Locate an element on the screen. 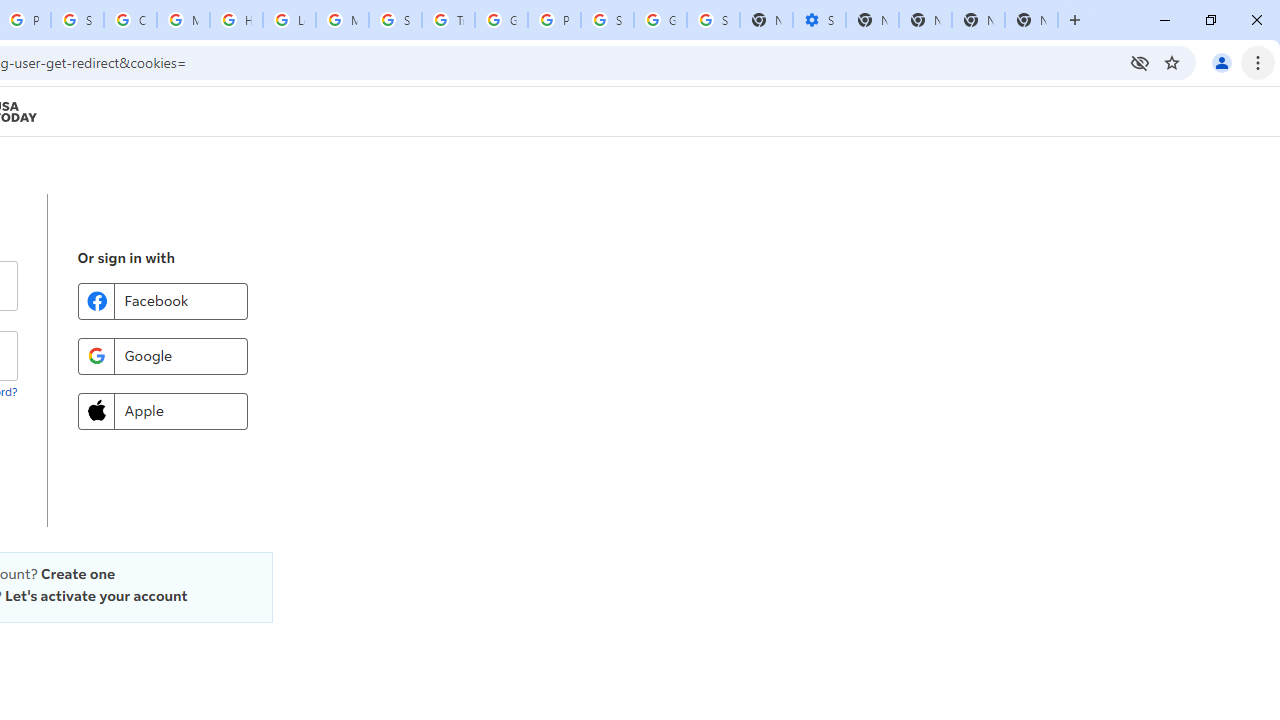 Image resolution: width=1280 pixels, height=720 pixels. 'Google Cybersecurity Innovations - Google Safety Center' is located at coordinates (660, 20).